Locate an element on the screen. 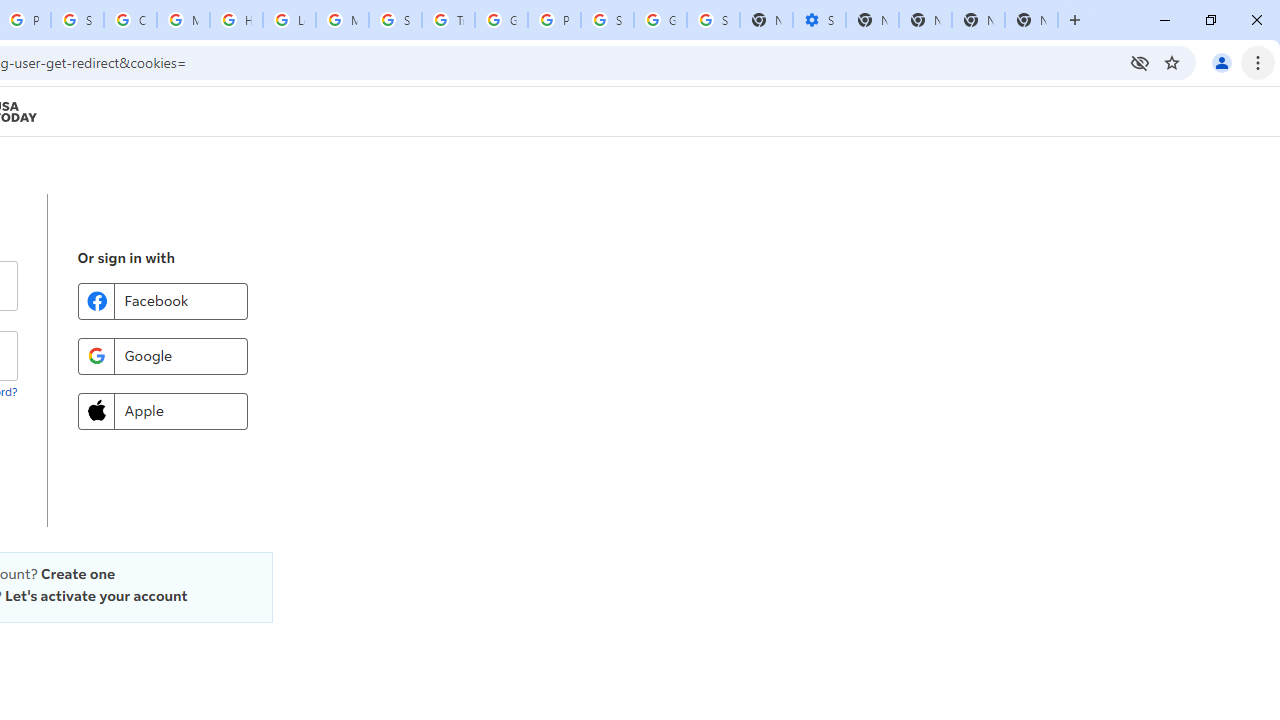 Image resolution: width=1280 pixels, height=720 pixels. 'Google Cybersecurity Innovations - Google Safety Center' is located at coordinates (660, 20).